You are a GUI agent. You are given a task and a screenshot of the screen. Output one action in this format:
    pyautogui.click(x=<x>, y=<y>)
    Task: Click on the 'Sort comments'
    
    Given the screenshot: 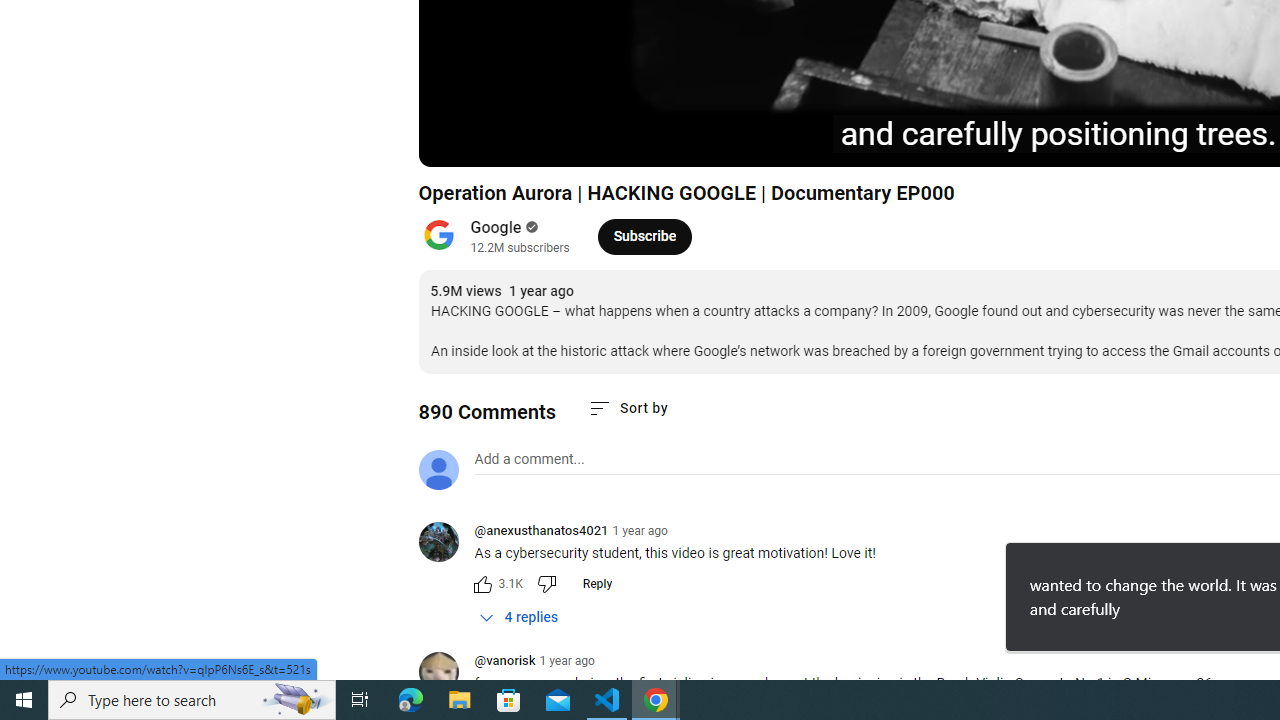 What is the action you would take?
    pyautogui.click(x=626, y=407)
    